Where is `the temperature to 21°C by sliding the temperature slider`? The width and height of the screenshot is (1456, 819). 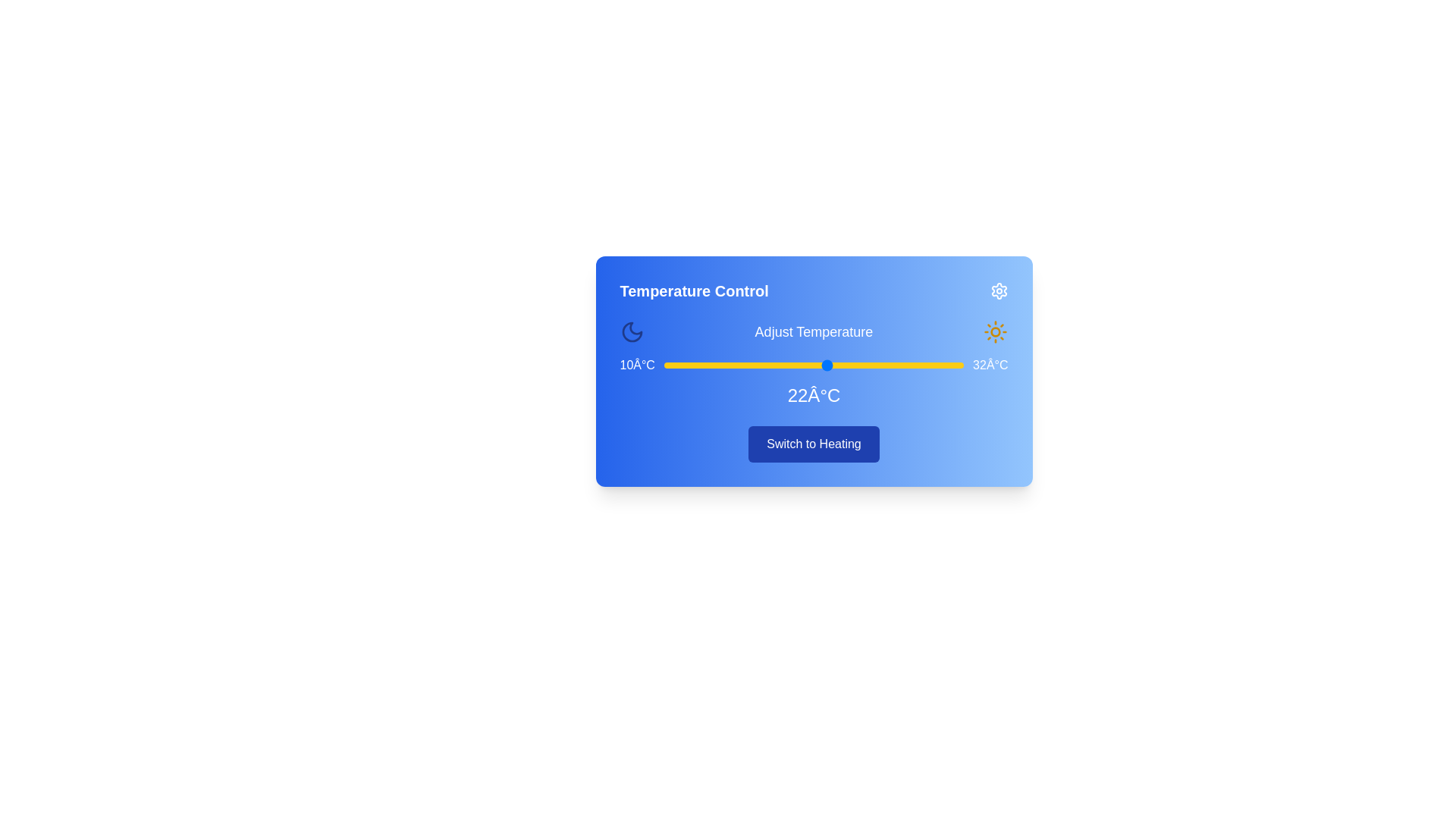 the temperature to 21°C by sliding the temperature slider is located at coordinates (813, 366).